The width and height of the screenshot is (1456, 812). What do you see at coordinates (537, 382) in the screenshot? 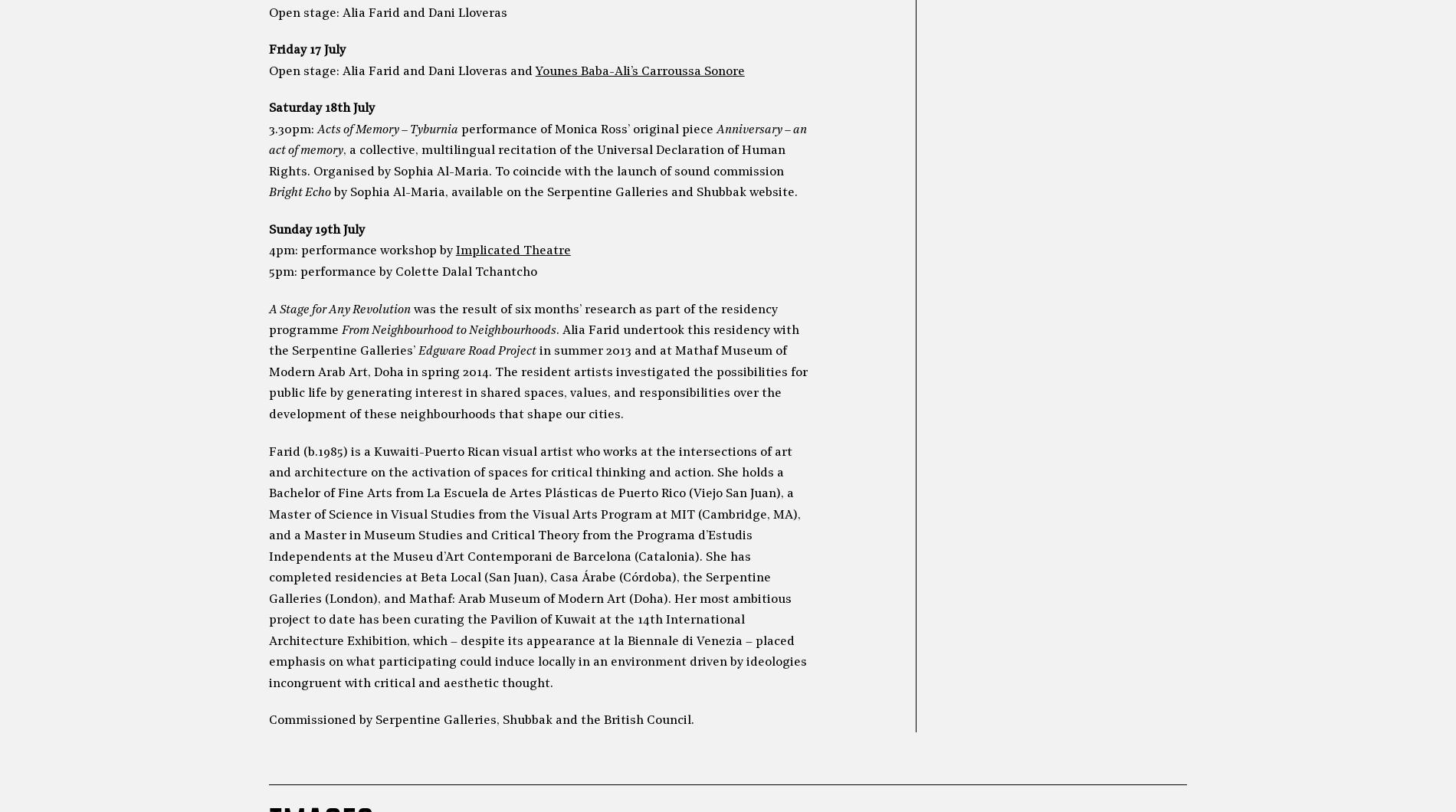
I see `'in summer 2013 and at Mathaf Museum of Modern Arab Art, Doha in spring 2014.  The resident artists investigated the possibilities for public life by generating interest in shared spaces, values, and responsibilities over the development of these neighbourhoods that shape our cities.'` at bounding box center [537, 382].